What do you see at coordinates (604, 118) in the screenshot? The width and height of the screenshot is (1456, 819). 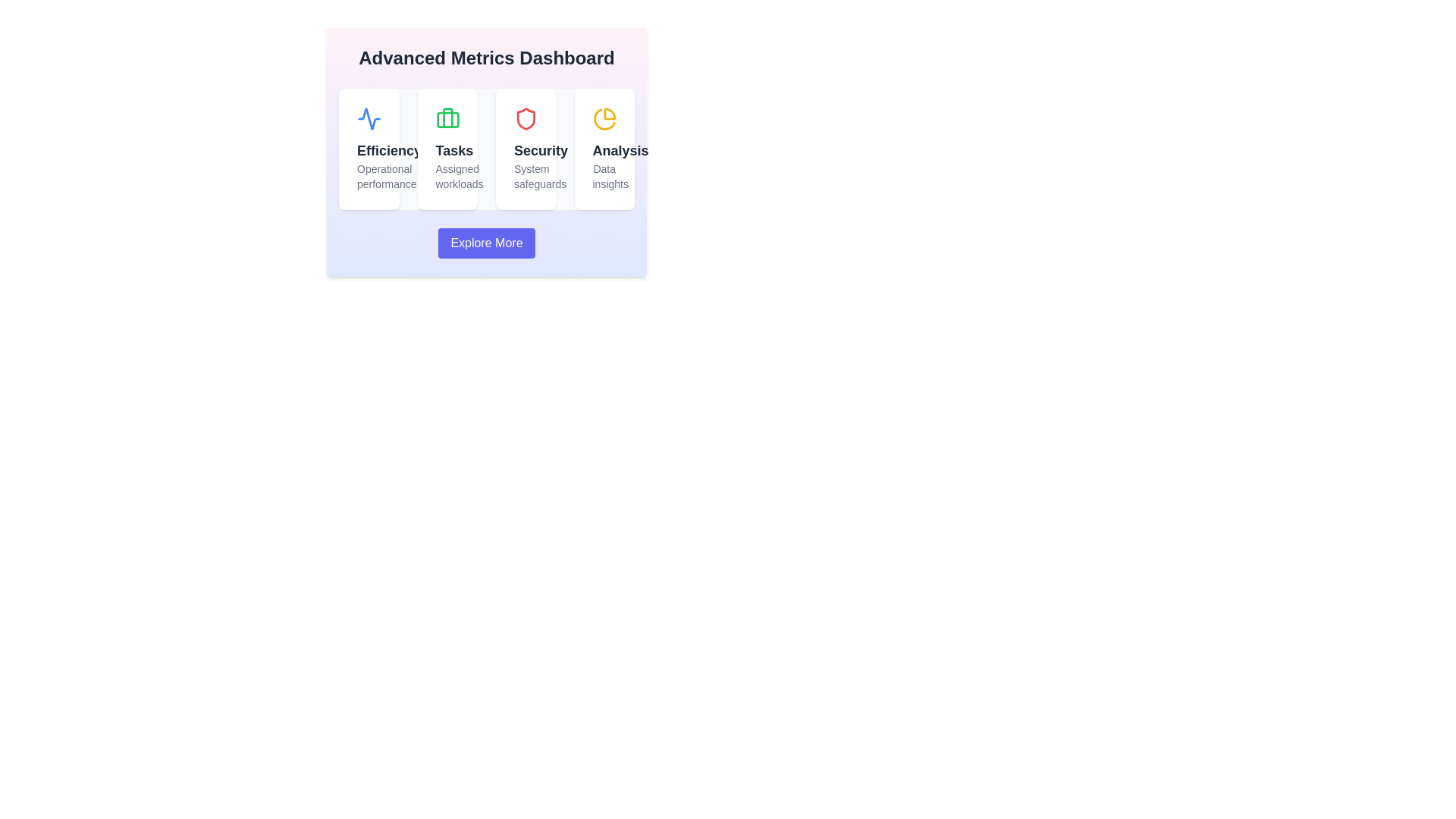 I see `the yellow pie chart icon` at bounding box center [604, 118].